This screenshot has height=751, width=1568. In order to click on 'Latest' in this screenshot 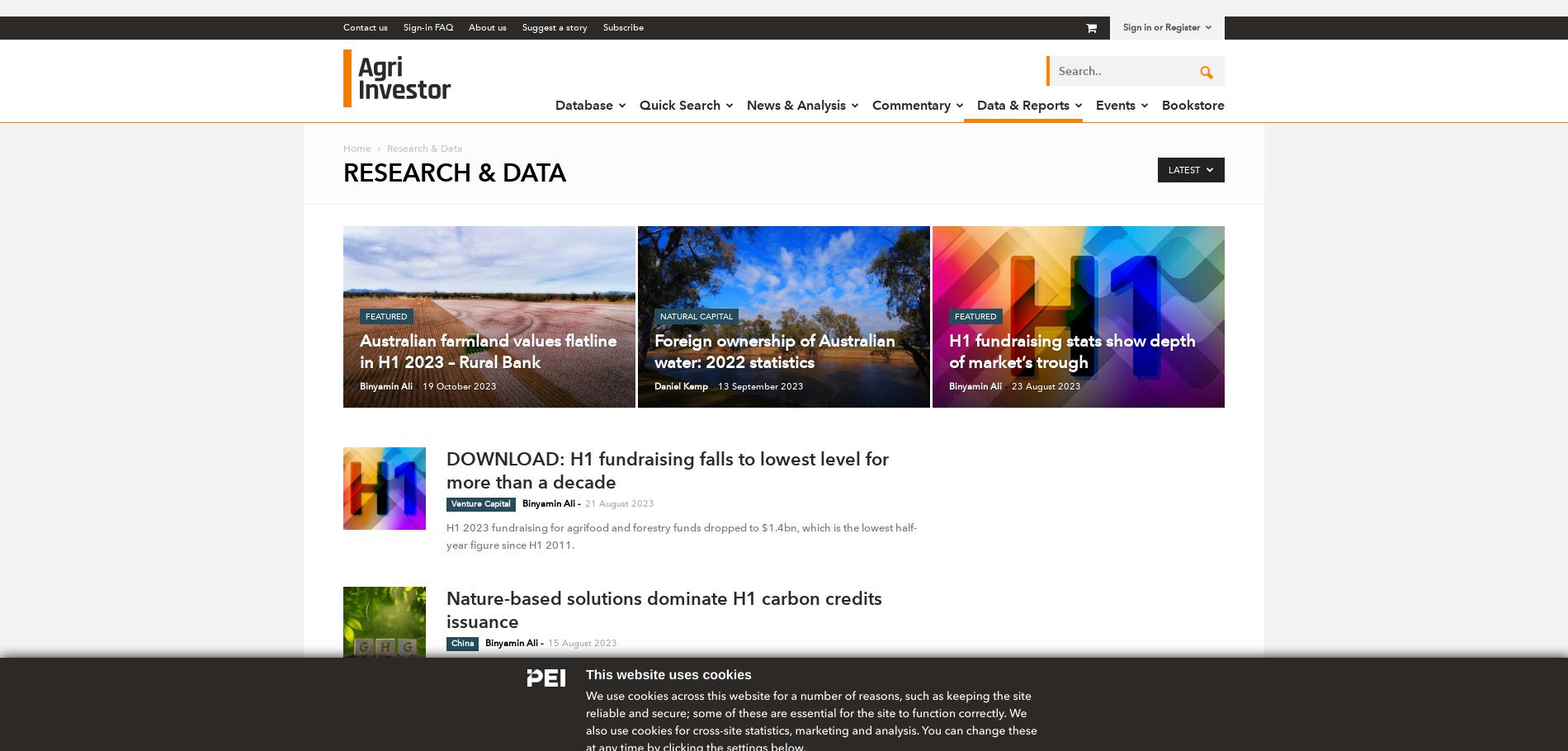, I will do `click(1185, 169)`.